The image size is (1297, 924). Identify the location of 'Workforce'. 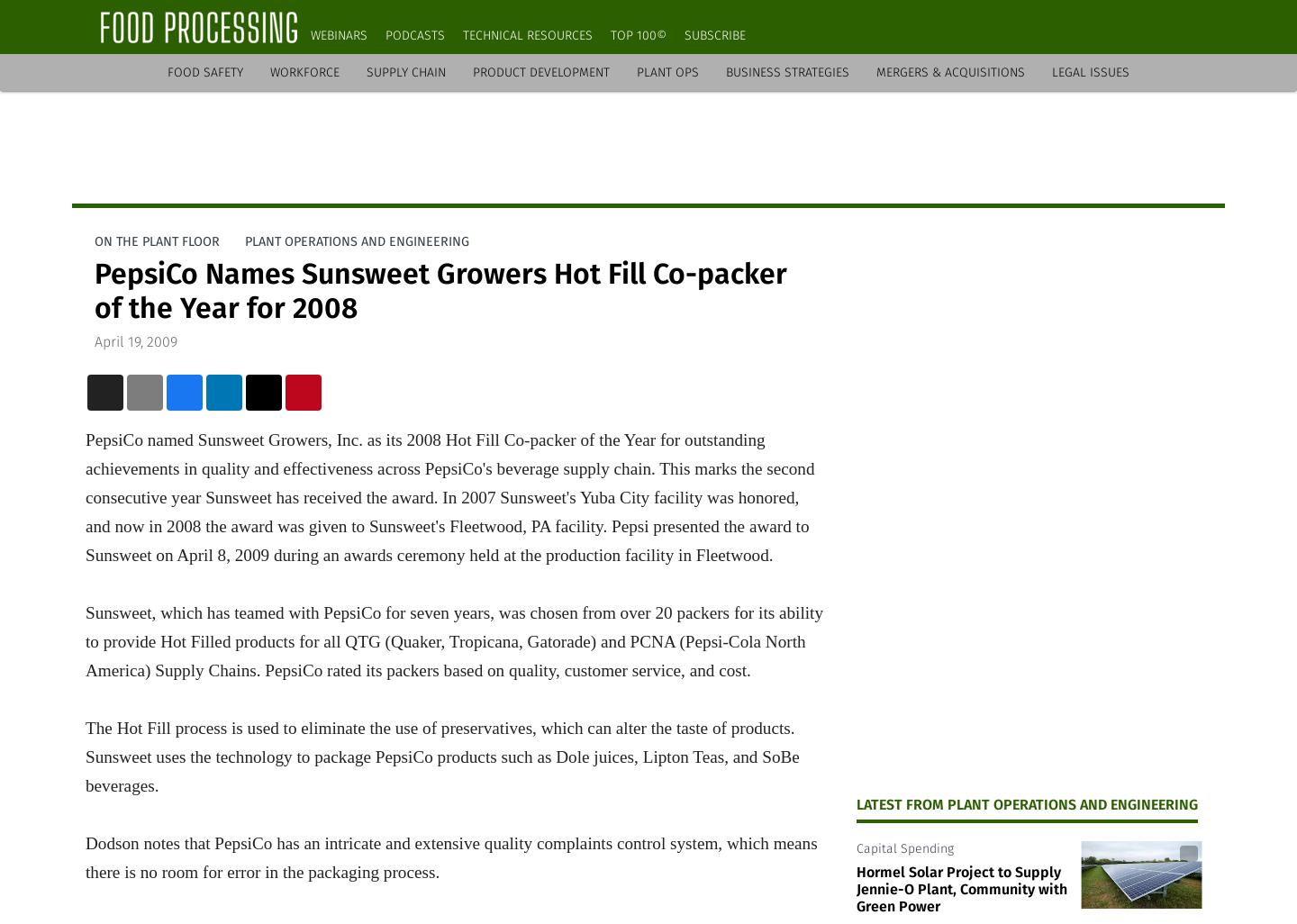
(304, 71).